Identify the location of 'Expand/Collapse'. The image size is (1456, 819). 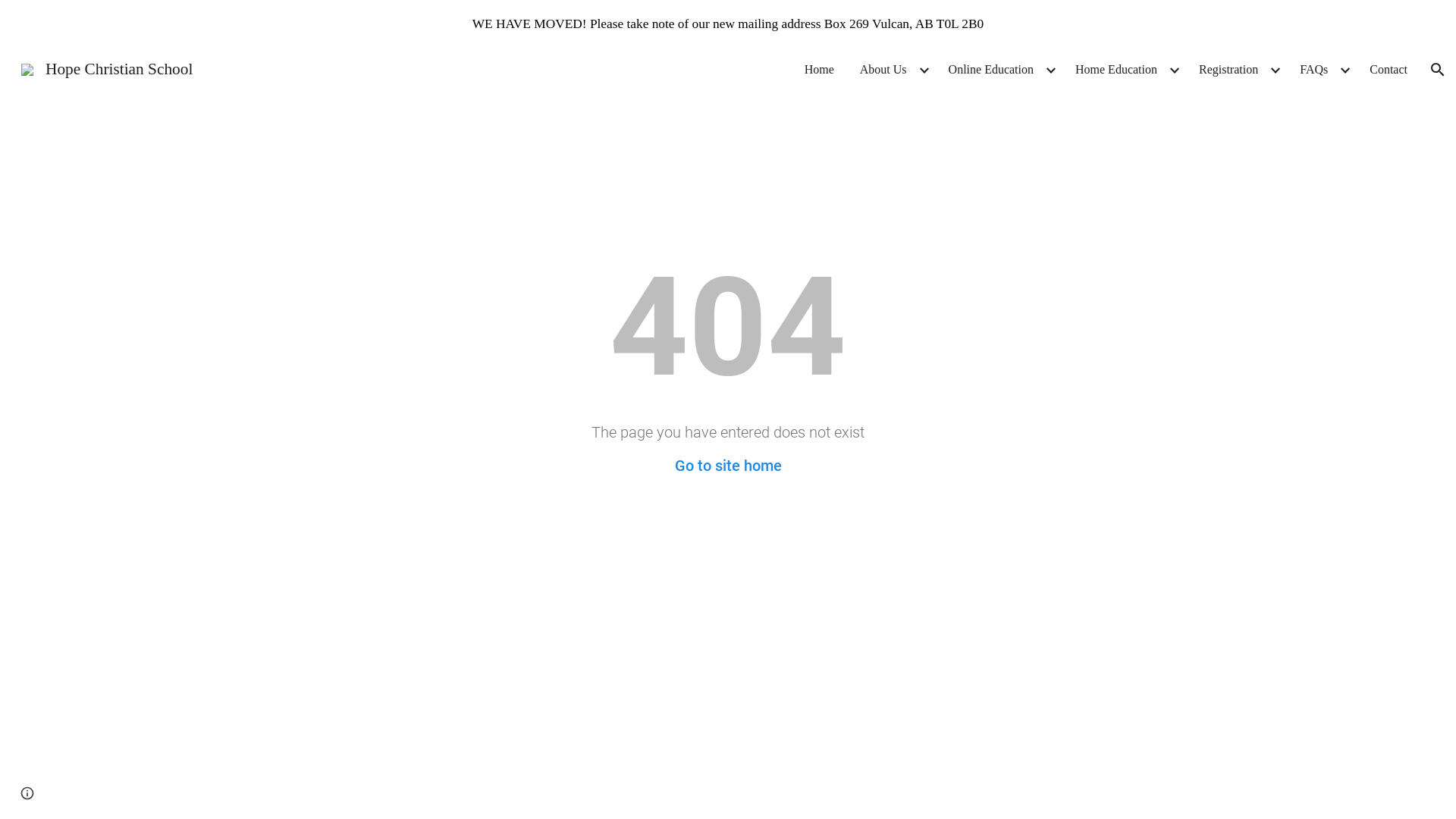
(1274, 70).